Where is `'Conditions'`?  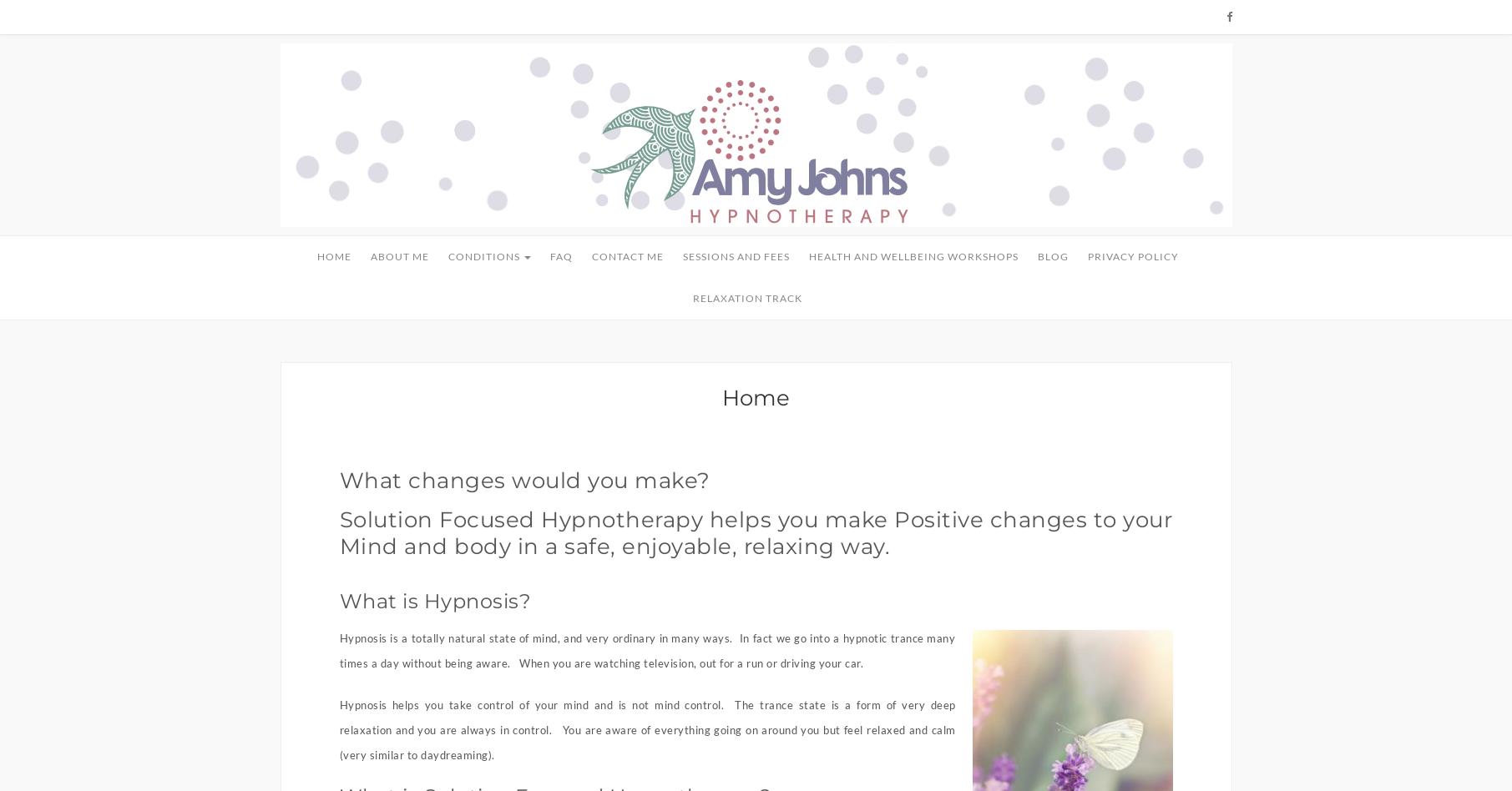
'Conditions' is located at coordinates (447, 256).